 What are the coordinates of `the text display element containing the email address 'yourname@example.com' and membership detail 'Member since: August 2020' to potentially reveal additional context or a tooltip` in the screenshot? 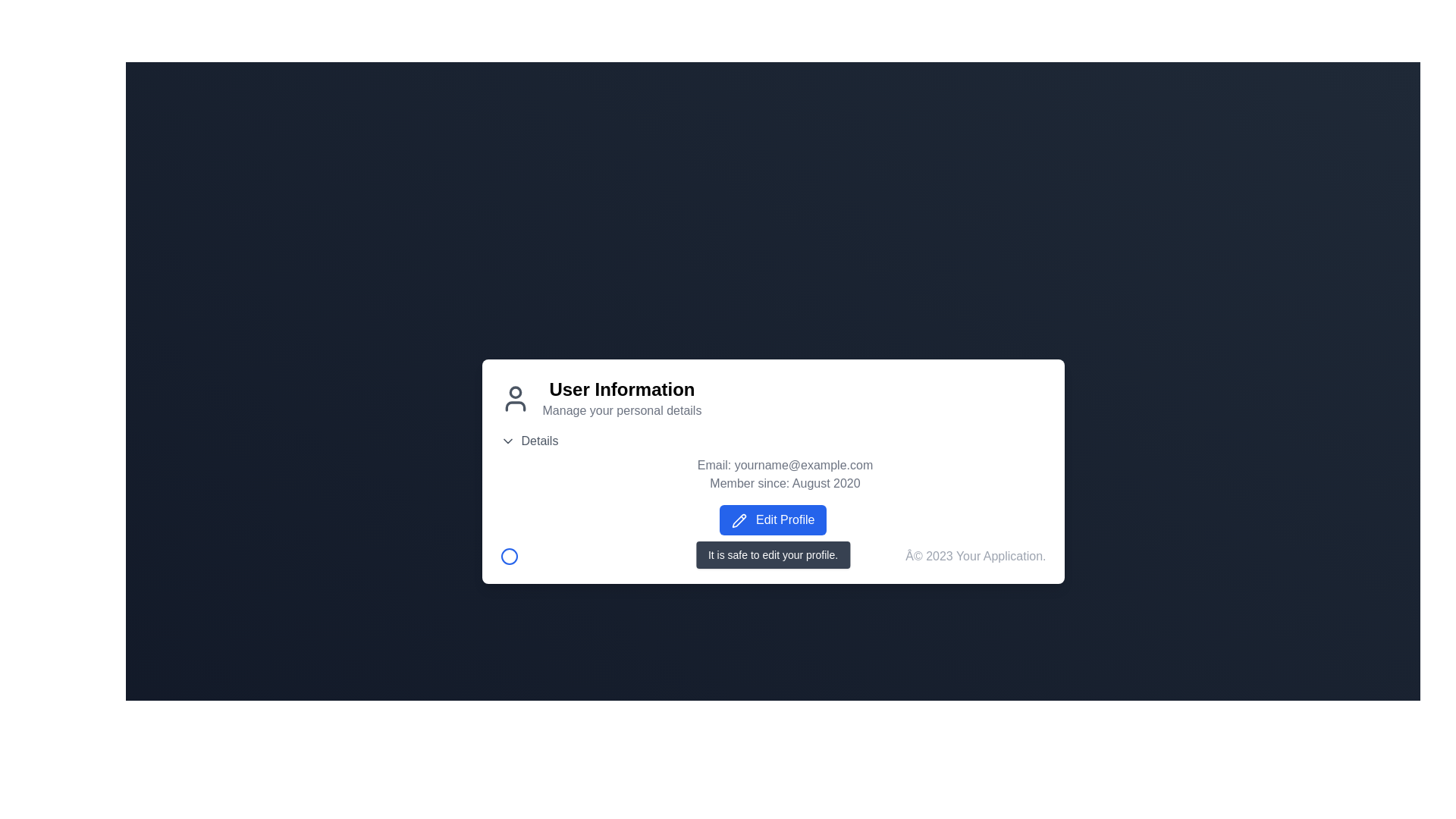 It's located at (773, 473).